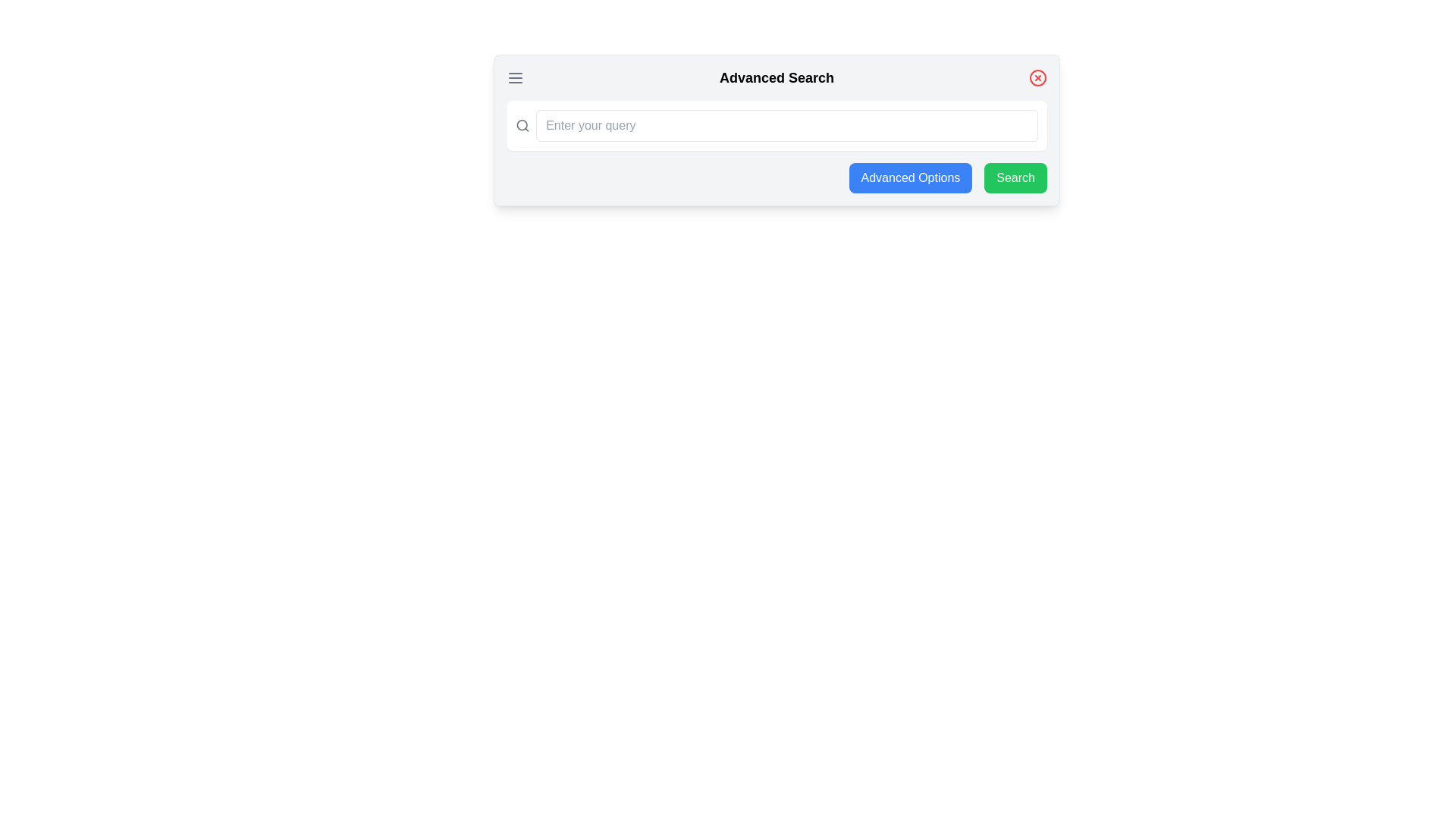 The image size is (1456, 819). Describe the element at coordinates (777, 78) in the screenshot. I see `the 'Advanced Search' header bar, which features a bold title, a menu icon on the left, and a red circular close button on the right` at that location.